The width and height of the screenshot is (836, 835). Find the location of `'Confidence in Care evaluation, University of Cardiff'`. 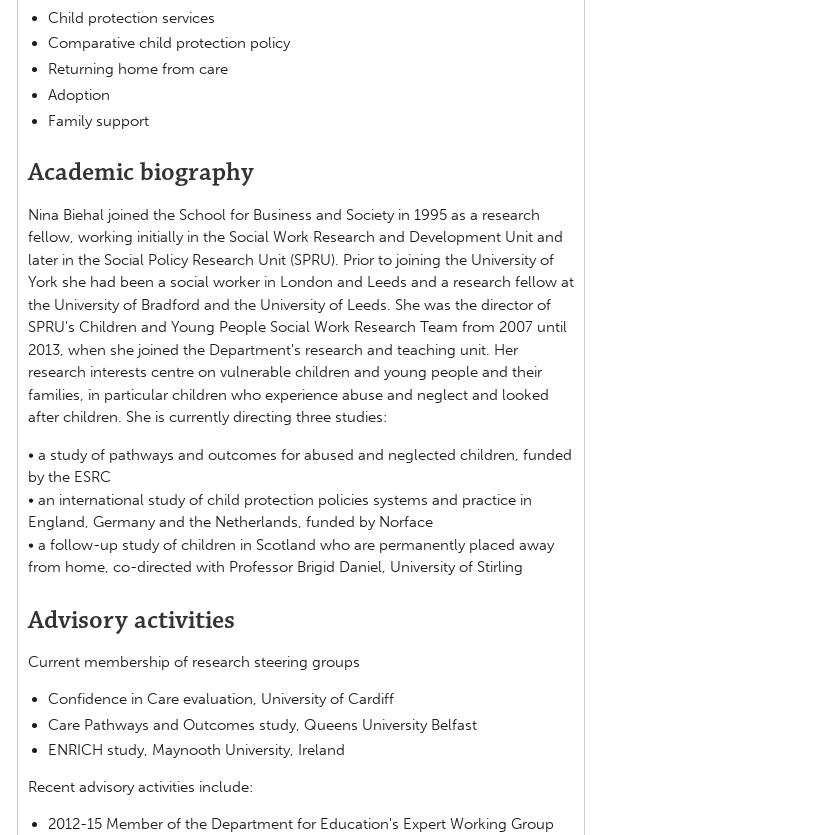

'Confidence in Care evaluation, University of Cardiff' is located at coordinates (46, 697).